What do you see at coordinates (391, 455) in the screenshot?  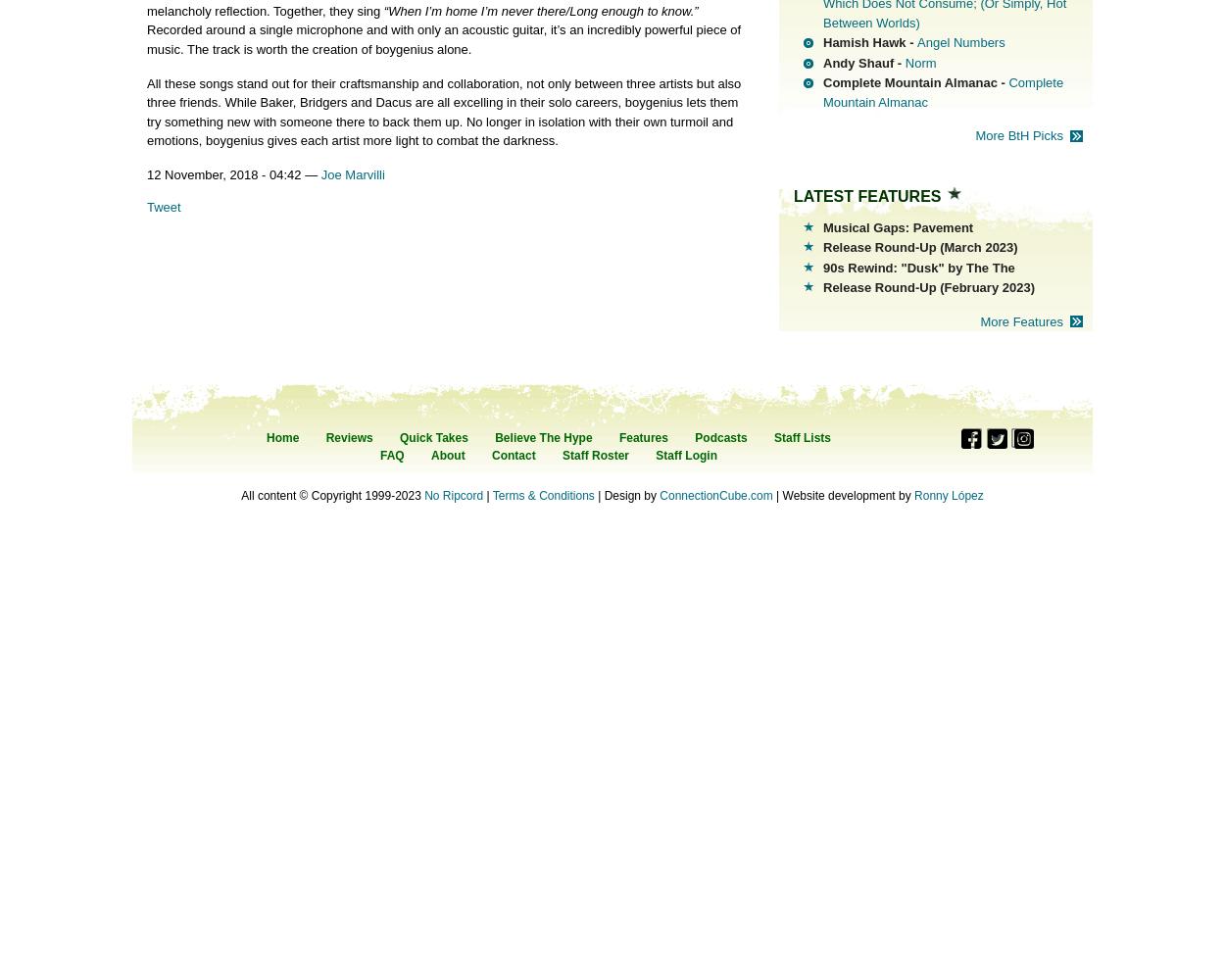 I see `'FAQ'` at bounding box center [391, 455].